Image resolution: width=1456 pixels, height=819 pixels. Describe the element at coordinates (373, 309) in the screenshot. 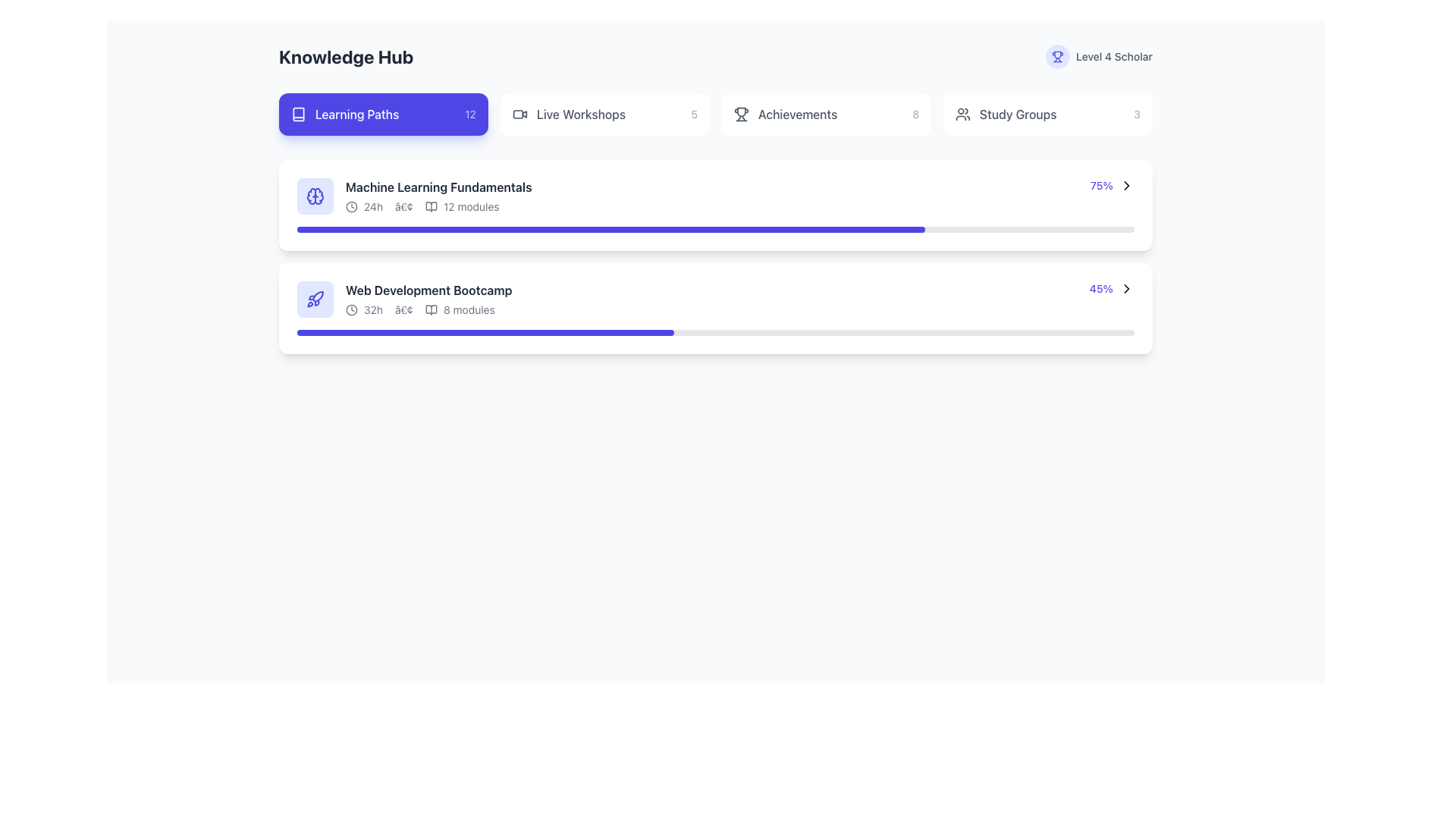

I see `displayed text of the medium dark gray text label showing '32h', which is positioned after the clock icon and before the bullet point in the second course item ('Web Development Bootcamp')` at that location.